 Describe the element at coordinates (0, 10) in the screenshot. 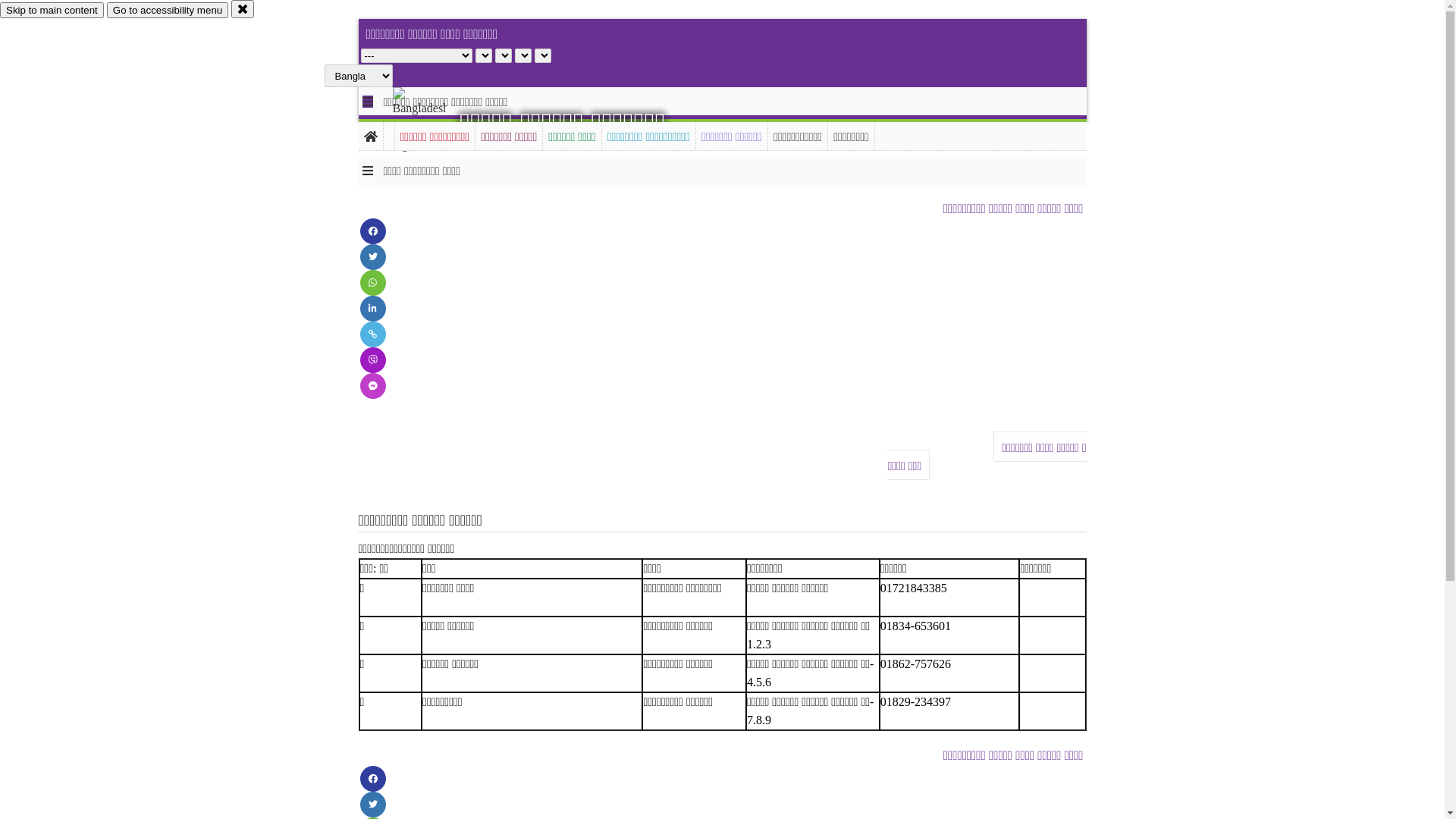

I see `'Skip to main content'` at that location.